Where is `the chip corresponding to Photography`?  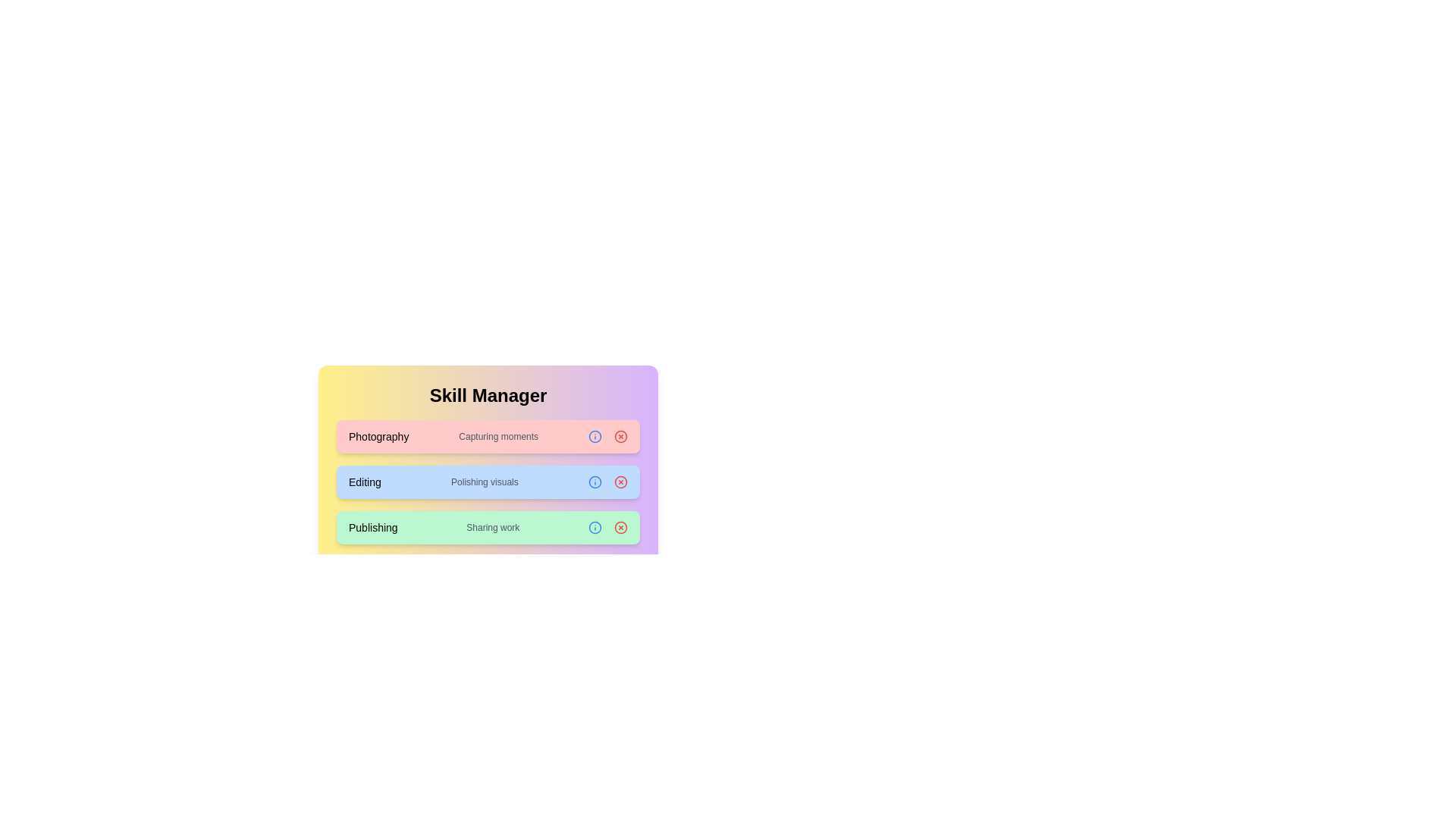
the chip corresponding to Photography is located at coordinates (621, 436).